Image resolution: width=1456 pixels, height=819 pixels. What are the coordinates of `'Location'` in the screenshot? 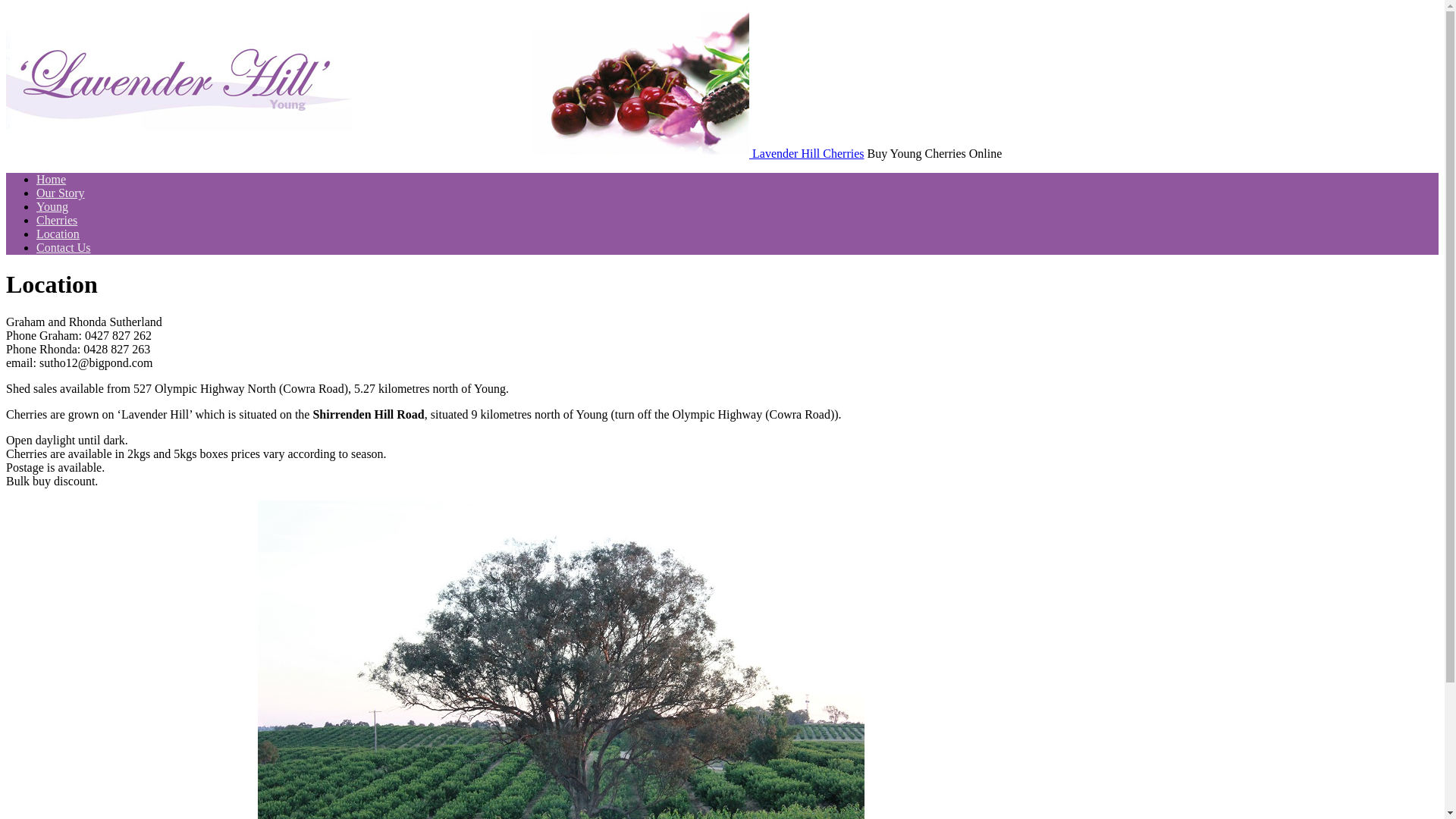 It's located at (58, 234).